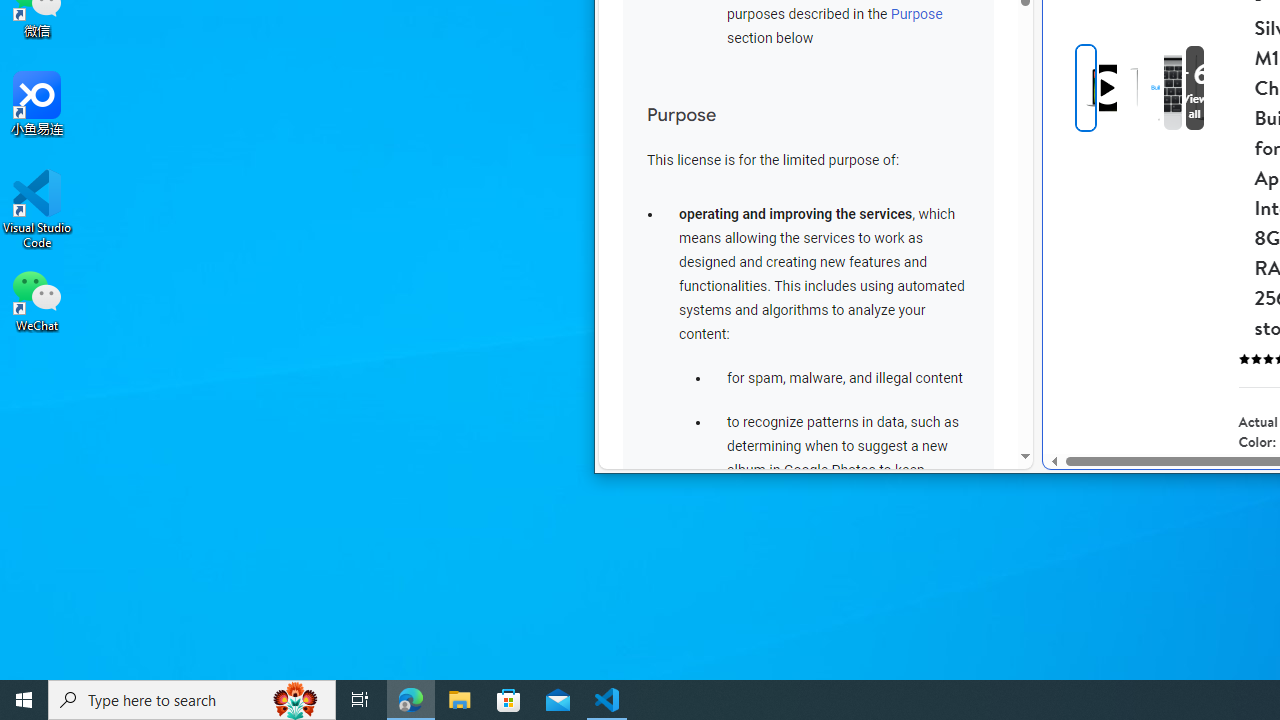 Image resolution: width=1280 pixels, height=720 pixels. I want to click on 'WeChat', so click(37, 299).